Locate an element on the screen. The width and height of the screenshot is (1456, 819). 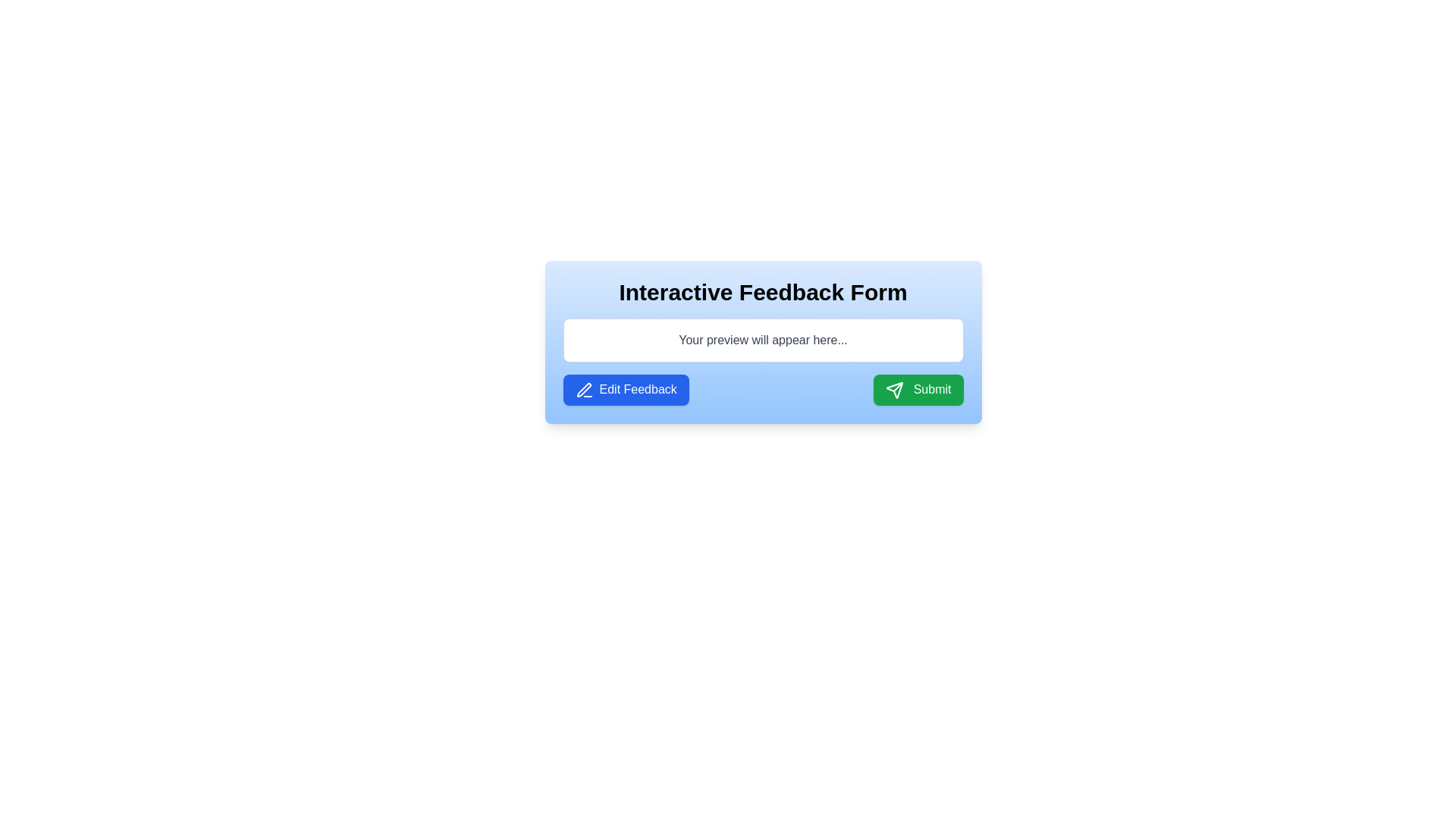
the heading 'Interactive Feedback Form' which is styled in a large, bold font and centered within a rounded rectangle panel with a gradient blue background is located at coordinates (763, 292).